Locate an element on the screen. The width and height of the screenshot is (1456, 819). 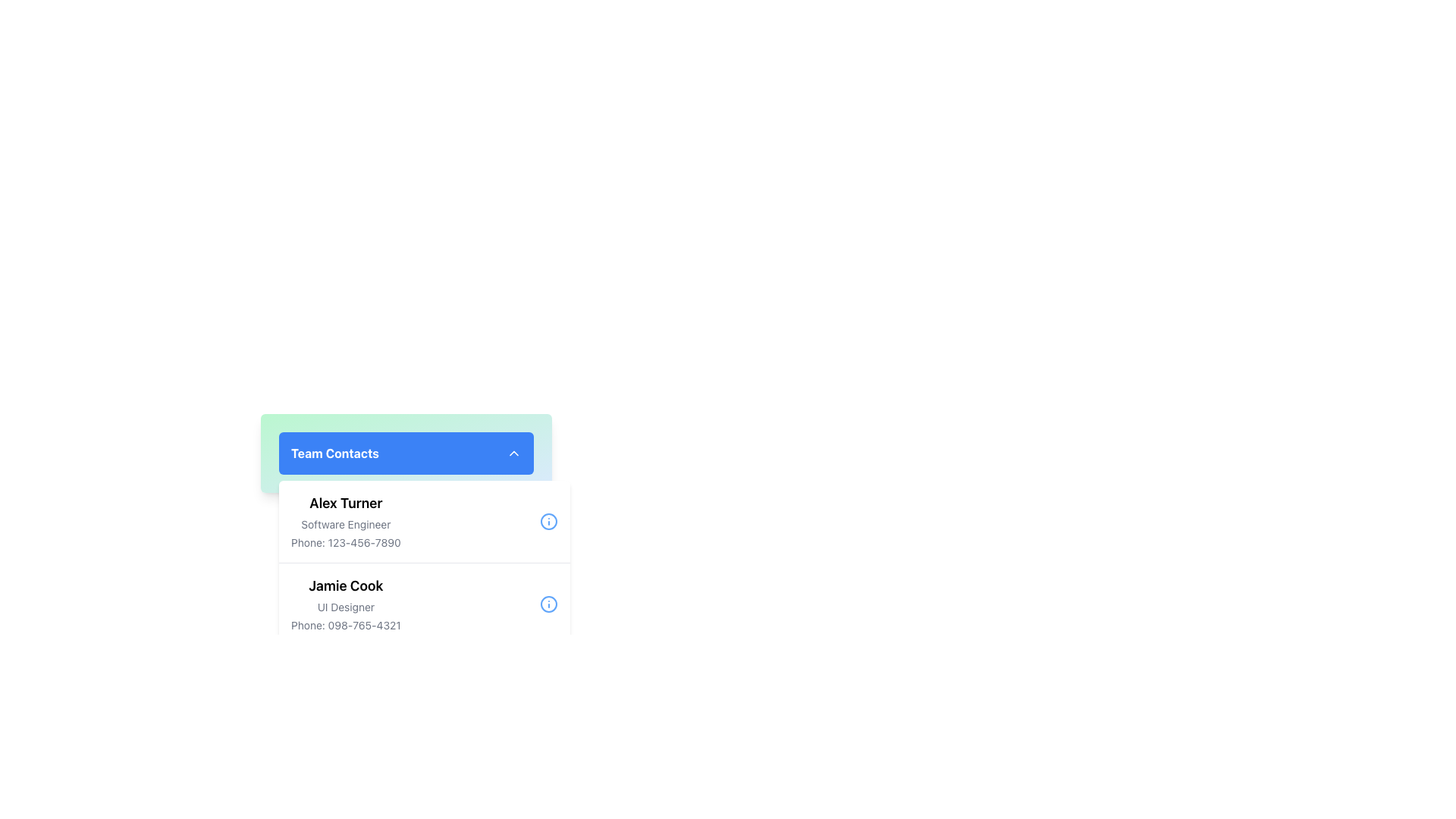
the upward chevron icon located at the far right of the 'Team Contacts' header section is located at coordinates (513, 452).